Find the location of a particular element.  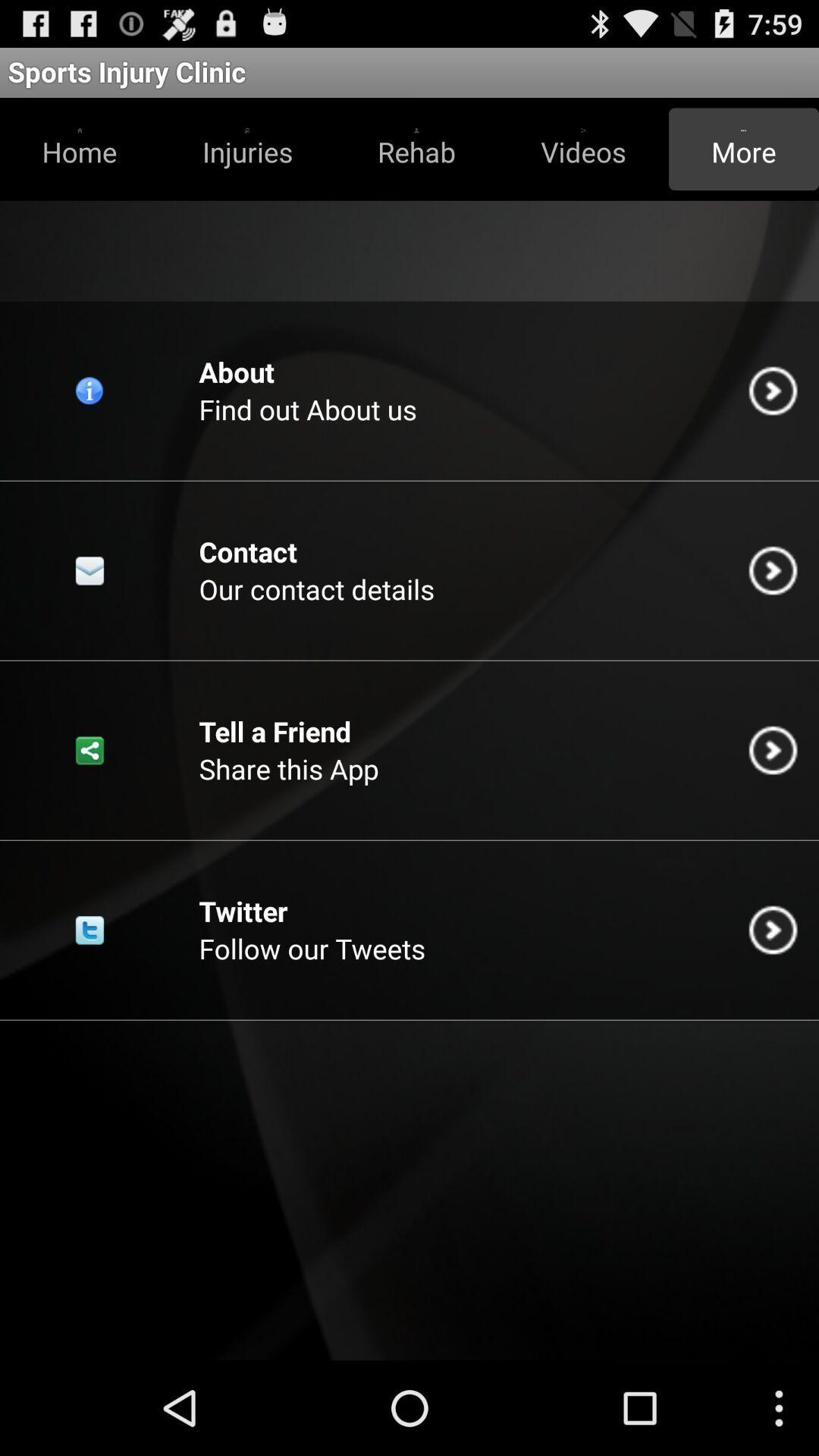

app next to the follow our tweets is located at coordinates (773, 929).